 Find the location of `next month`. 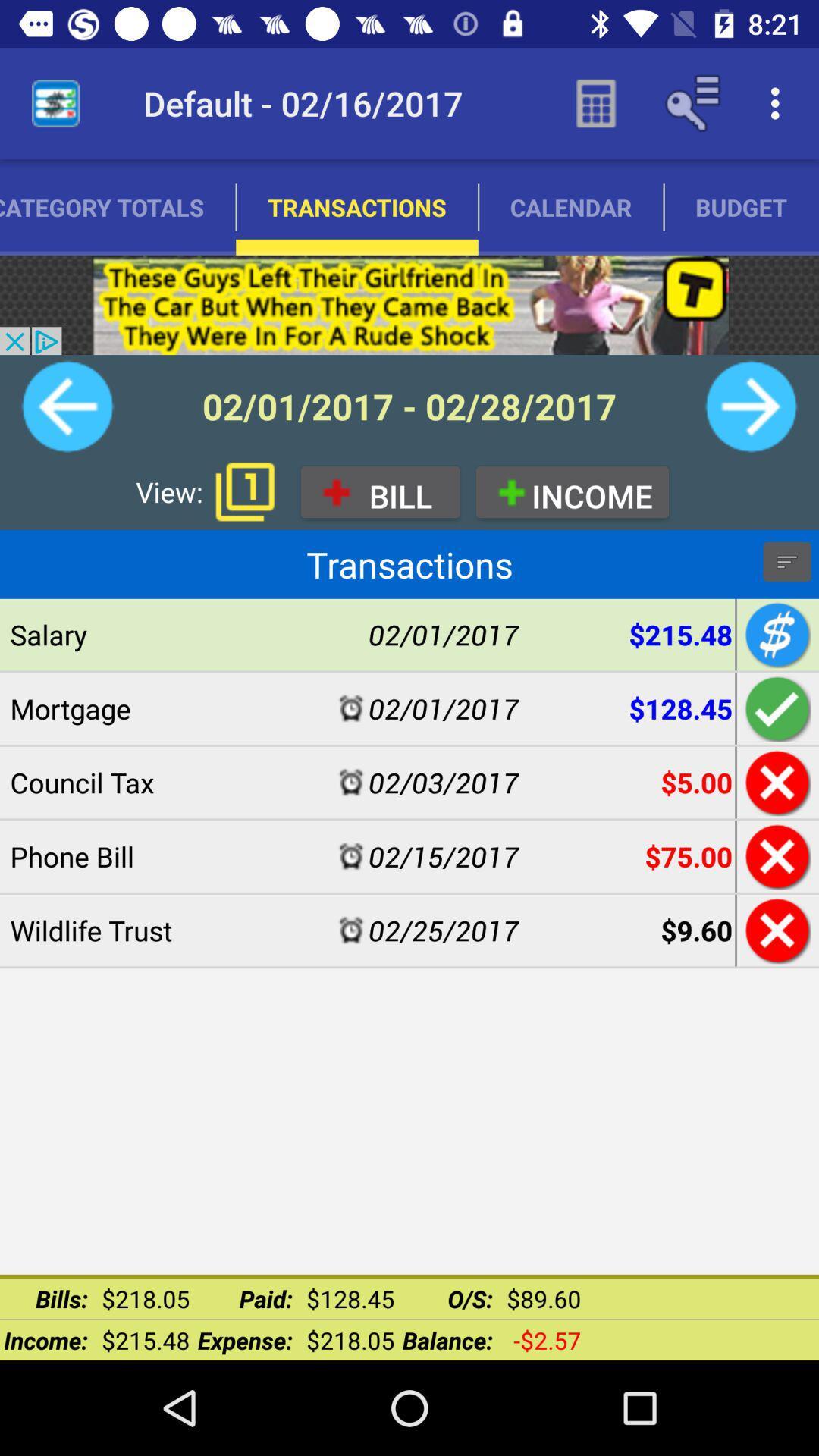

next month is located at coordinates (751, 406).